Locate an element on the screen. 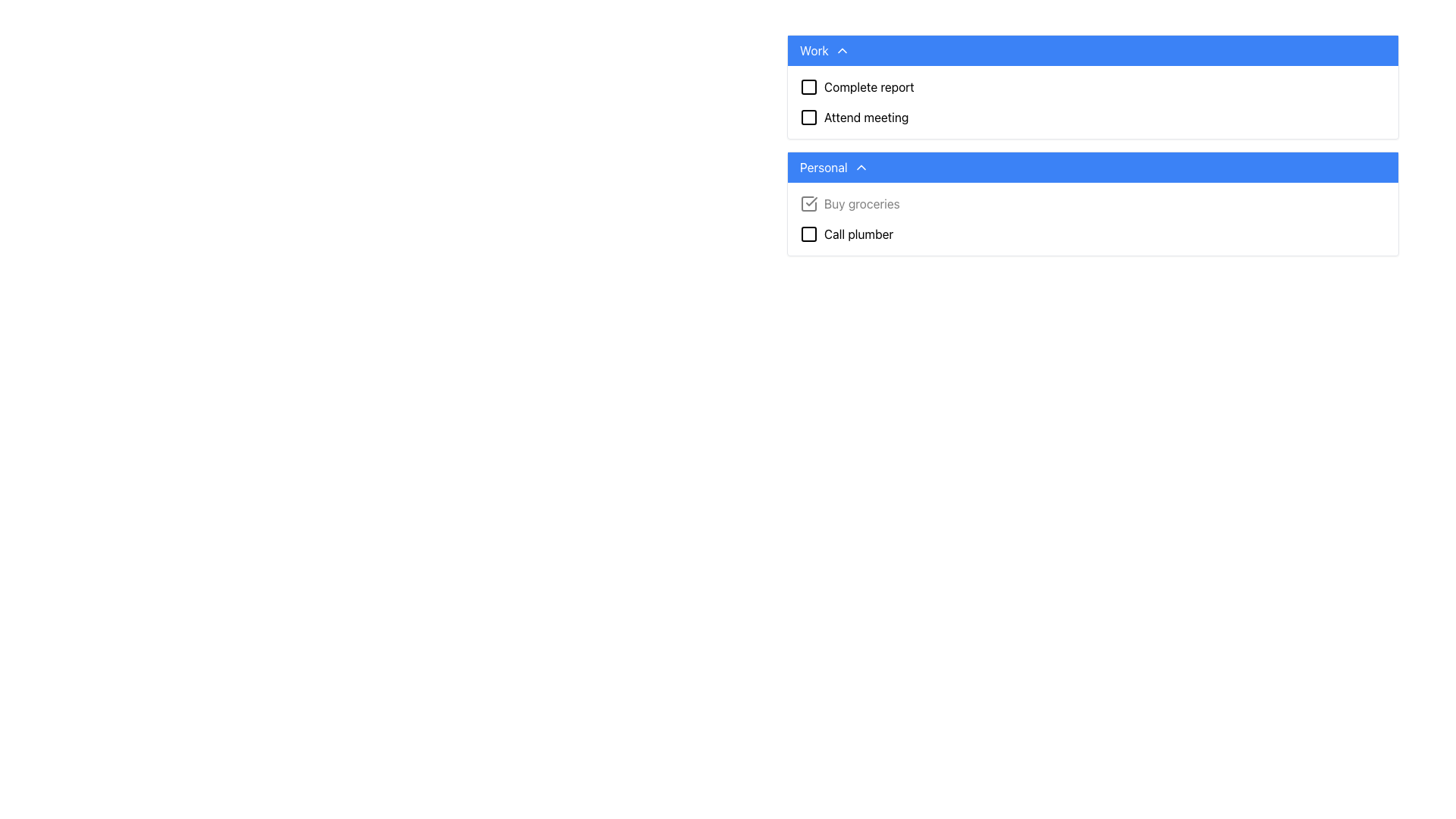  the toggle button at the top of the list is located at coordinates (1093, 49).